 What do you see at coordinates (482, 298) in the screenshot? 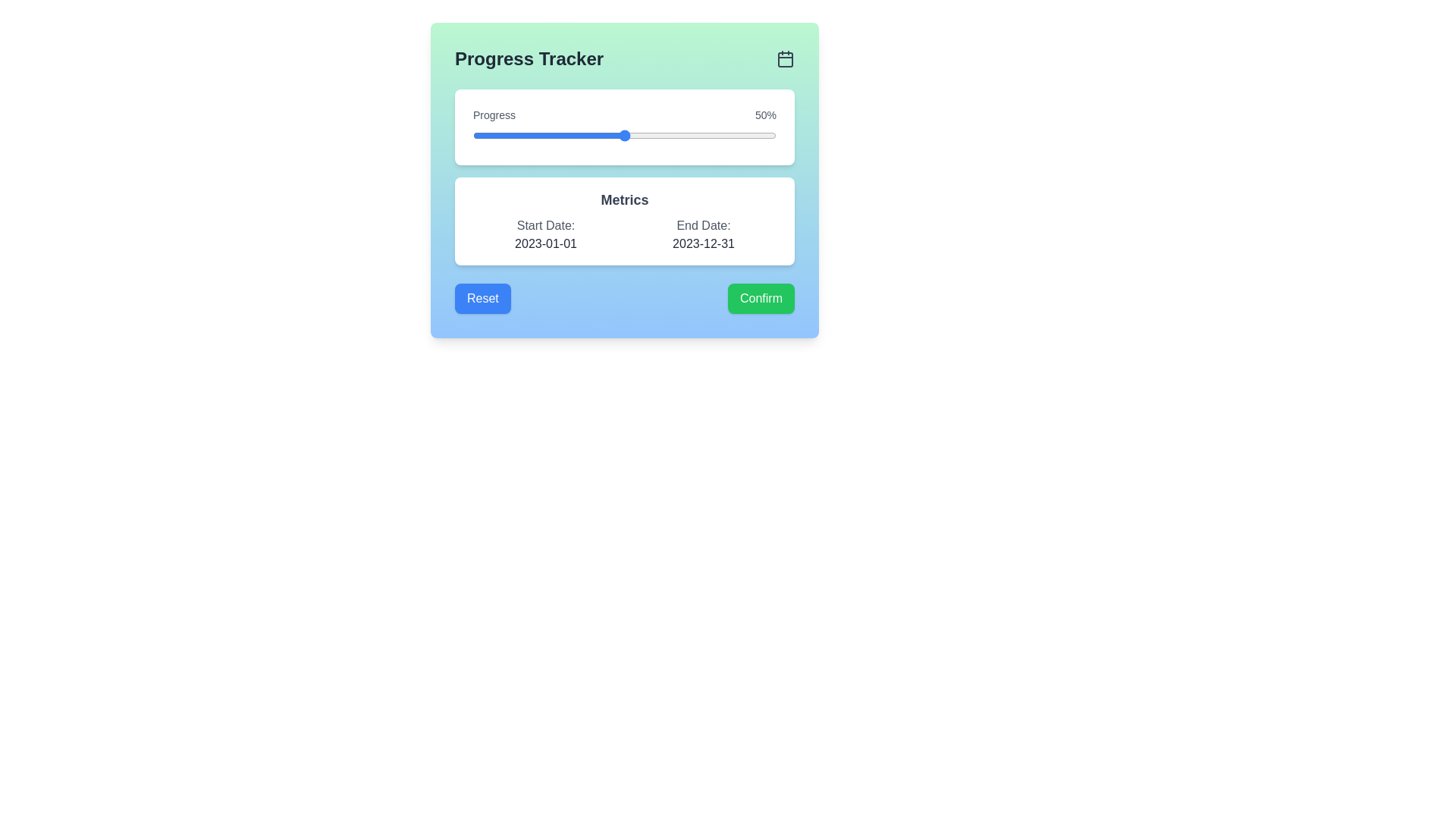
I see `the rectangular 'Reset' button with a blue background and white text to observe the background color change` at bounding box center [482, 298].